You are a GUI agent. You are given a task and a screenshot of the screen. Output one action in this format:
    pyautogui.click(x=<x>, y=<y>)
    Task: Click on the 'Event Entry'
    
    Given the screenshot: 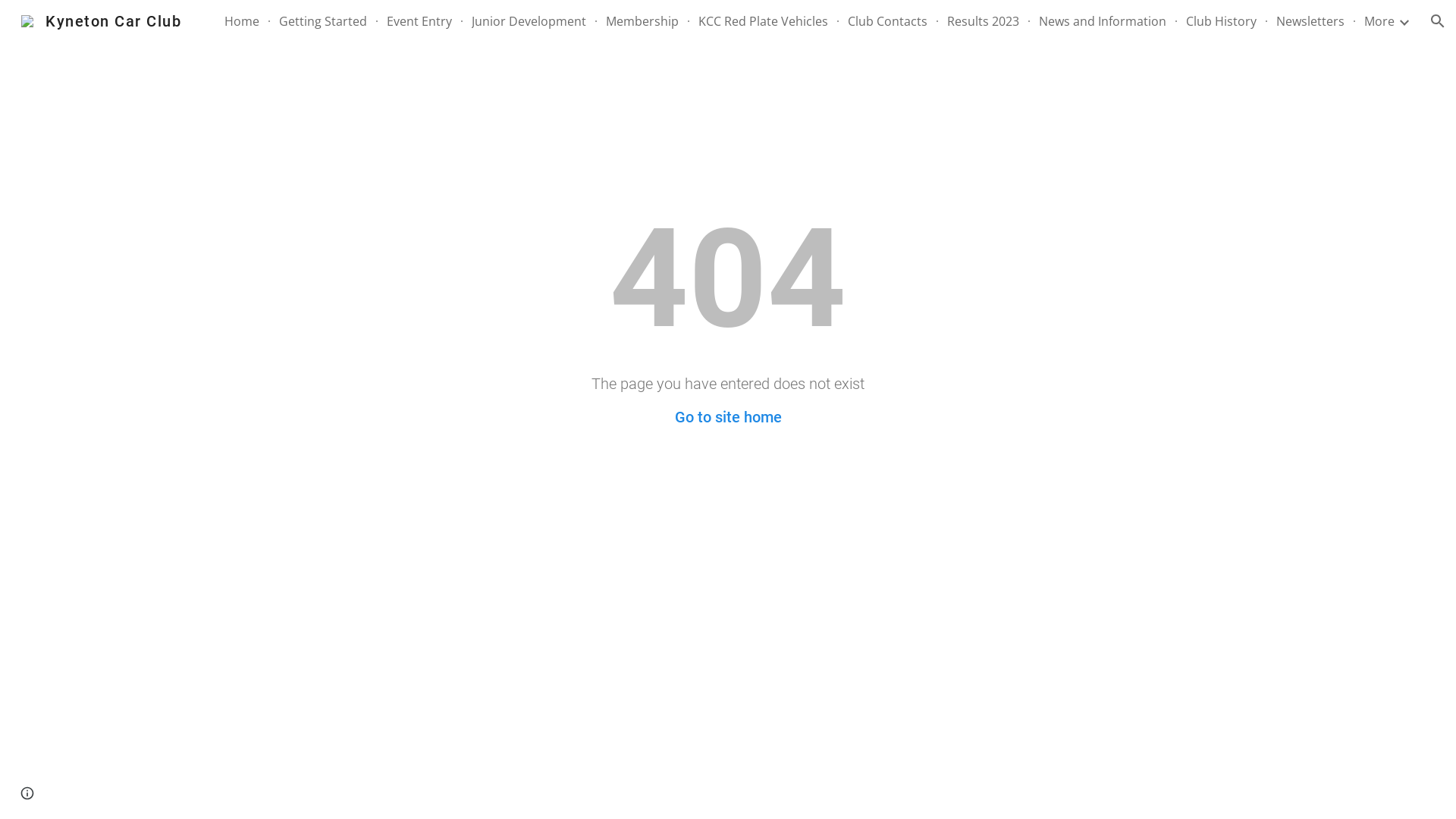 What is the action you would take?
    pyautogui.click(x=419, y=20)
    